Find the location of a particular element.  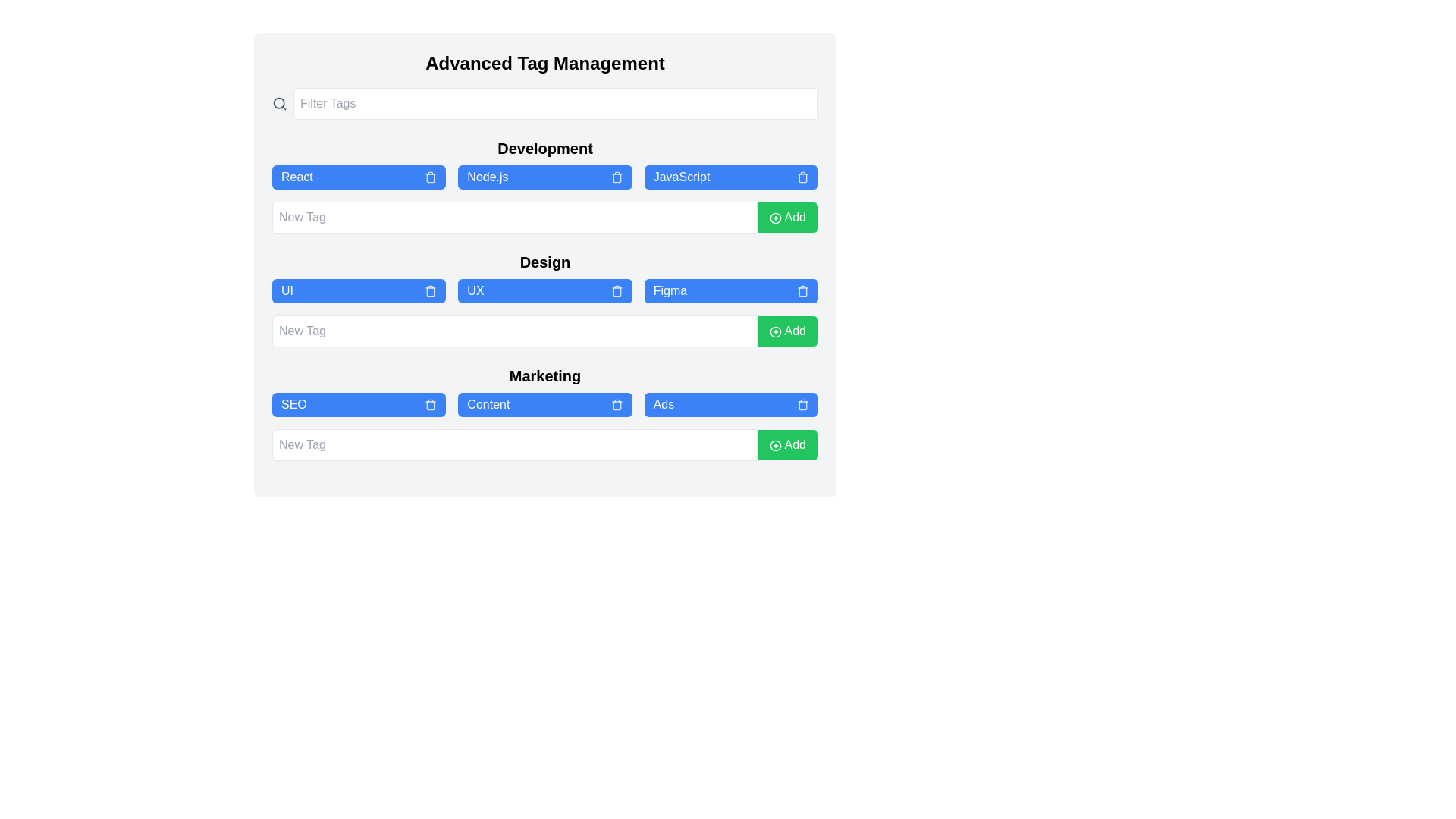

the 'Ads' text label located in the bottom-right corner of the 'Marketing' section is located at coordinates (664, 403).